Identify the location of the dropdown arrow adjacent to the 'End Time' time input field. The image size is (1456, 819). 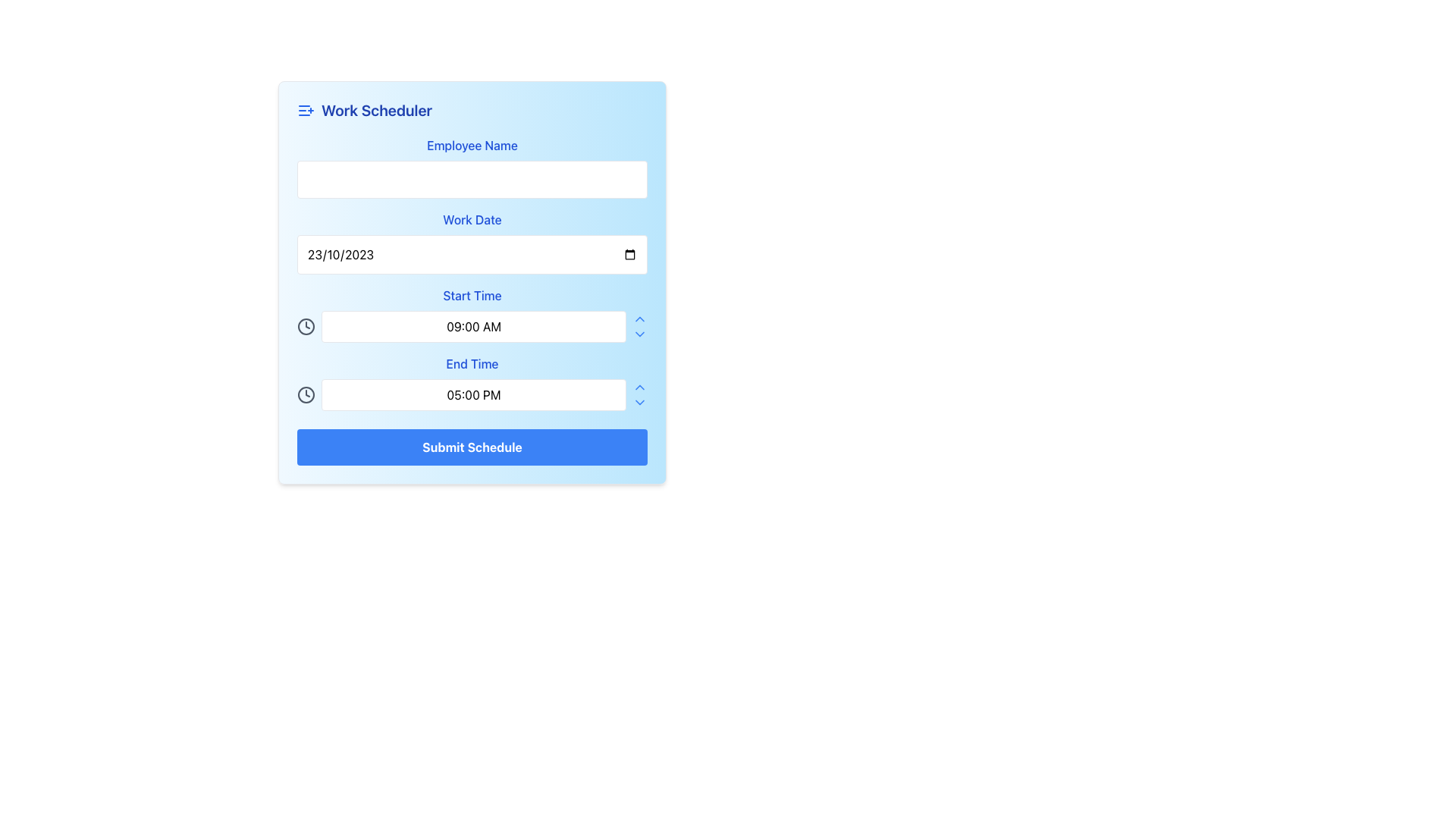
(472, 382).